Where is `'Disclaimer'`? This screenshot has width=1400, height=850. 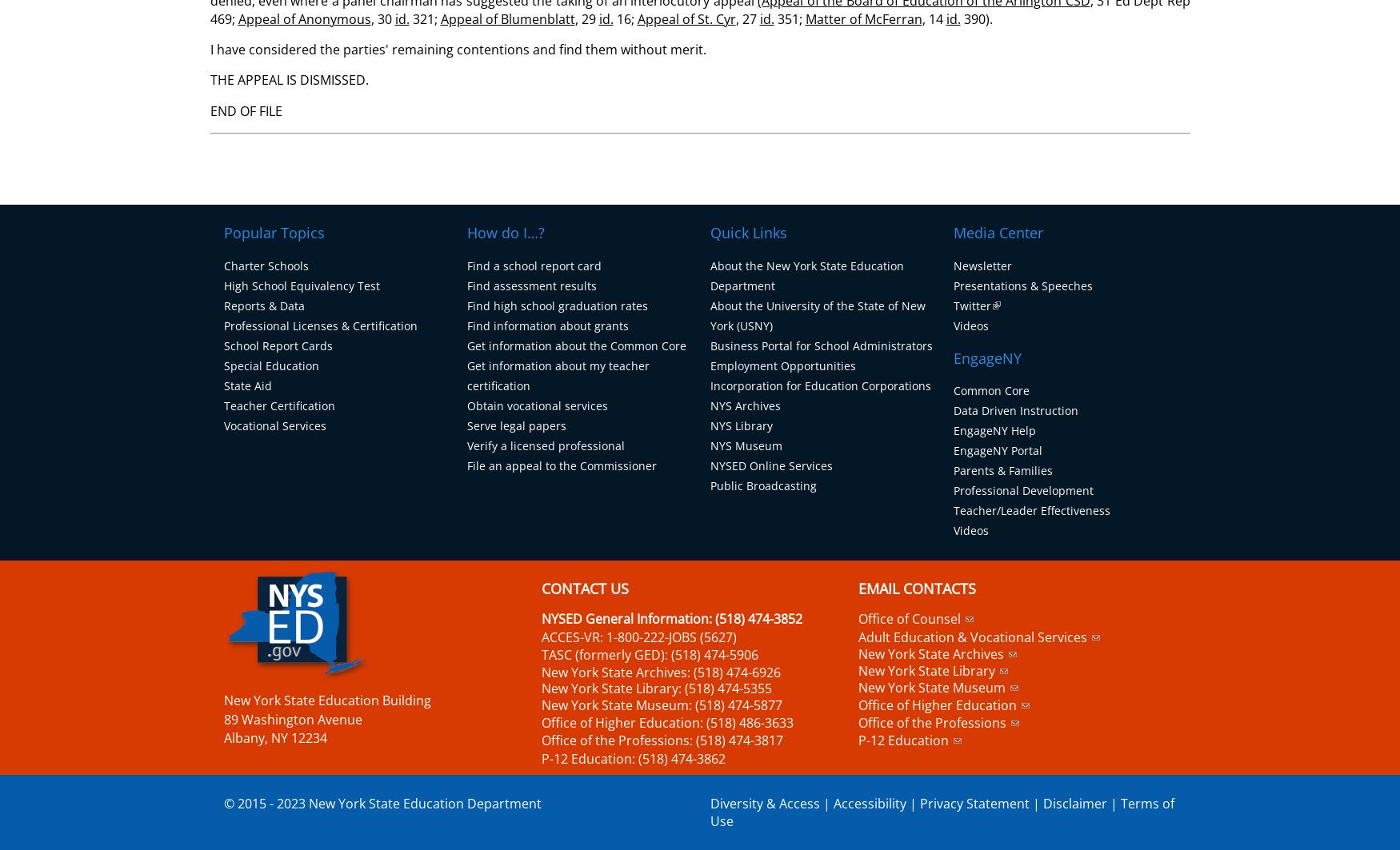
'Disclaimer' is located at coordinates (1042, 802).